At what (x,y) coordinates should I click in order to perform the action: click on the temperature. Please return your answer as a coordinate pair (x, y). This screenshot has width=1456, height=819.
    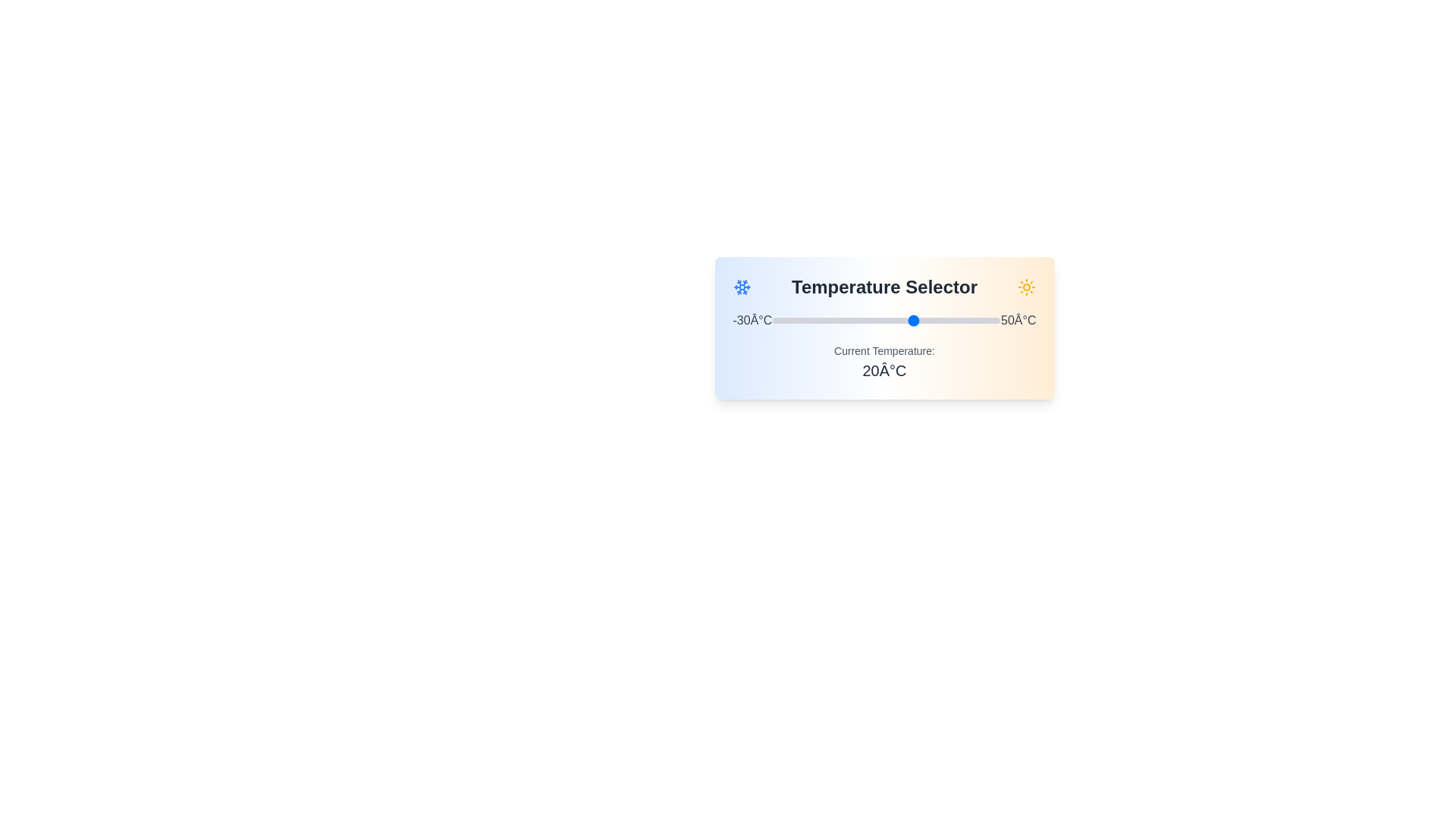
    Looking at the image, I should click on (971, 320).